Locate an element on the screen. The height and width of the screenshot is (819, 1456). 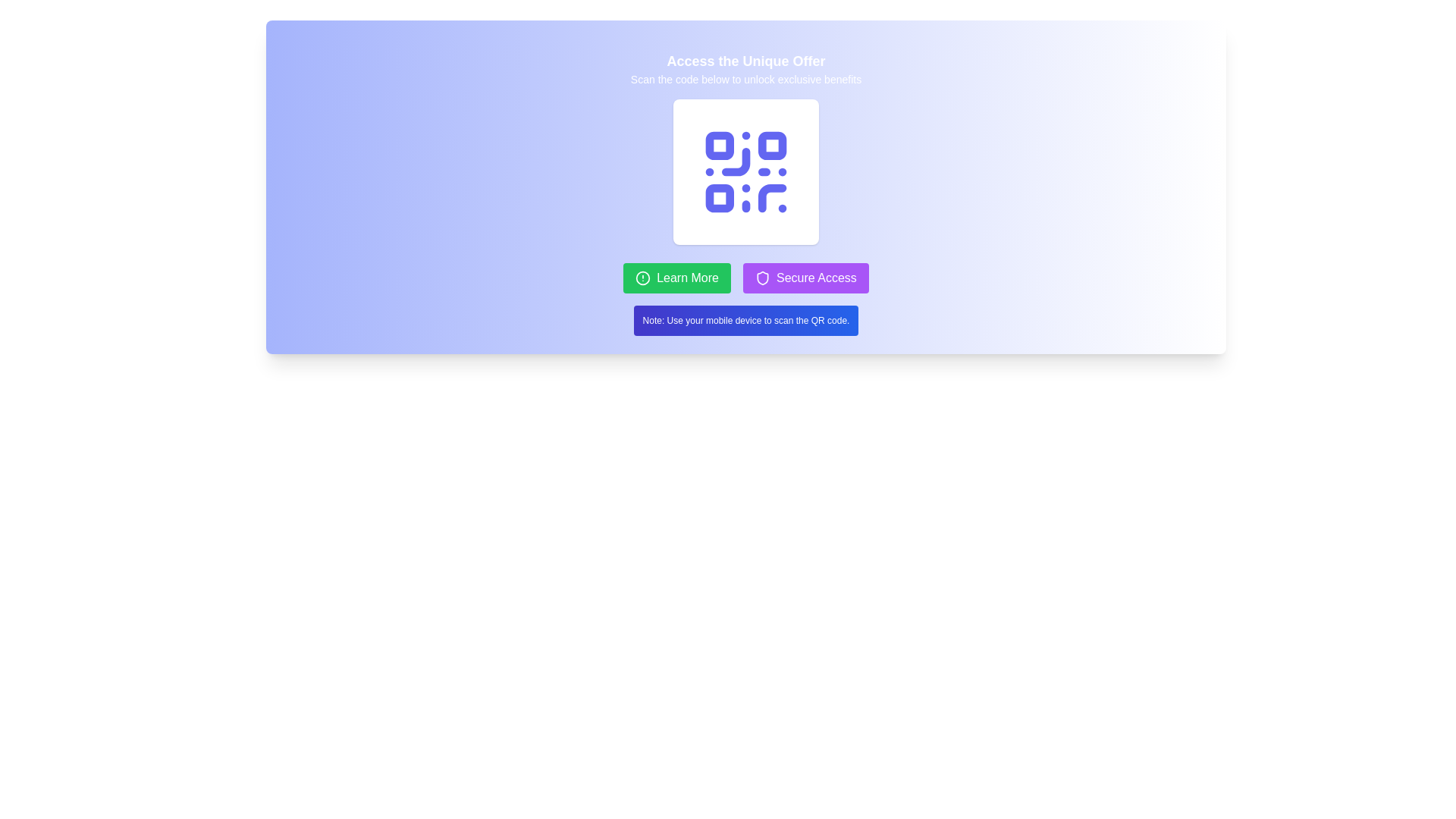
the shield-shaped icon with a purple fill and a white outline, which is located to the left of the text 'Secure Access' in the corresponding button is located at coordinates (763, 278).